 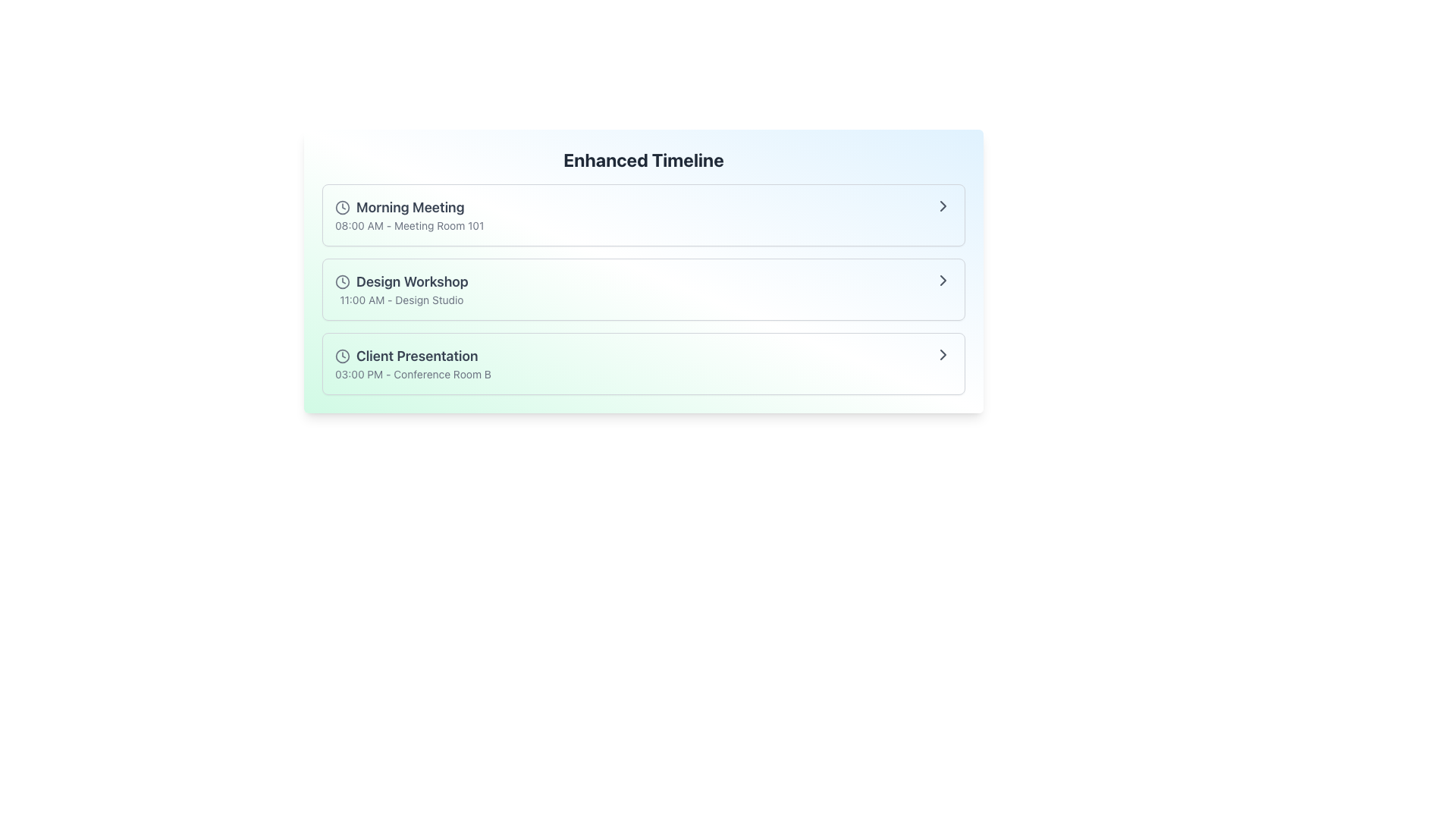 What do you see at coordinates (401, 281) in the screenshot?
I see `title of the scheduled event, which is a design workshop, displayed in the second entry of the timeline interface, positioned to the left of a clock icon` at bounding box center [401, 281].